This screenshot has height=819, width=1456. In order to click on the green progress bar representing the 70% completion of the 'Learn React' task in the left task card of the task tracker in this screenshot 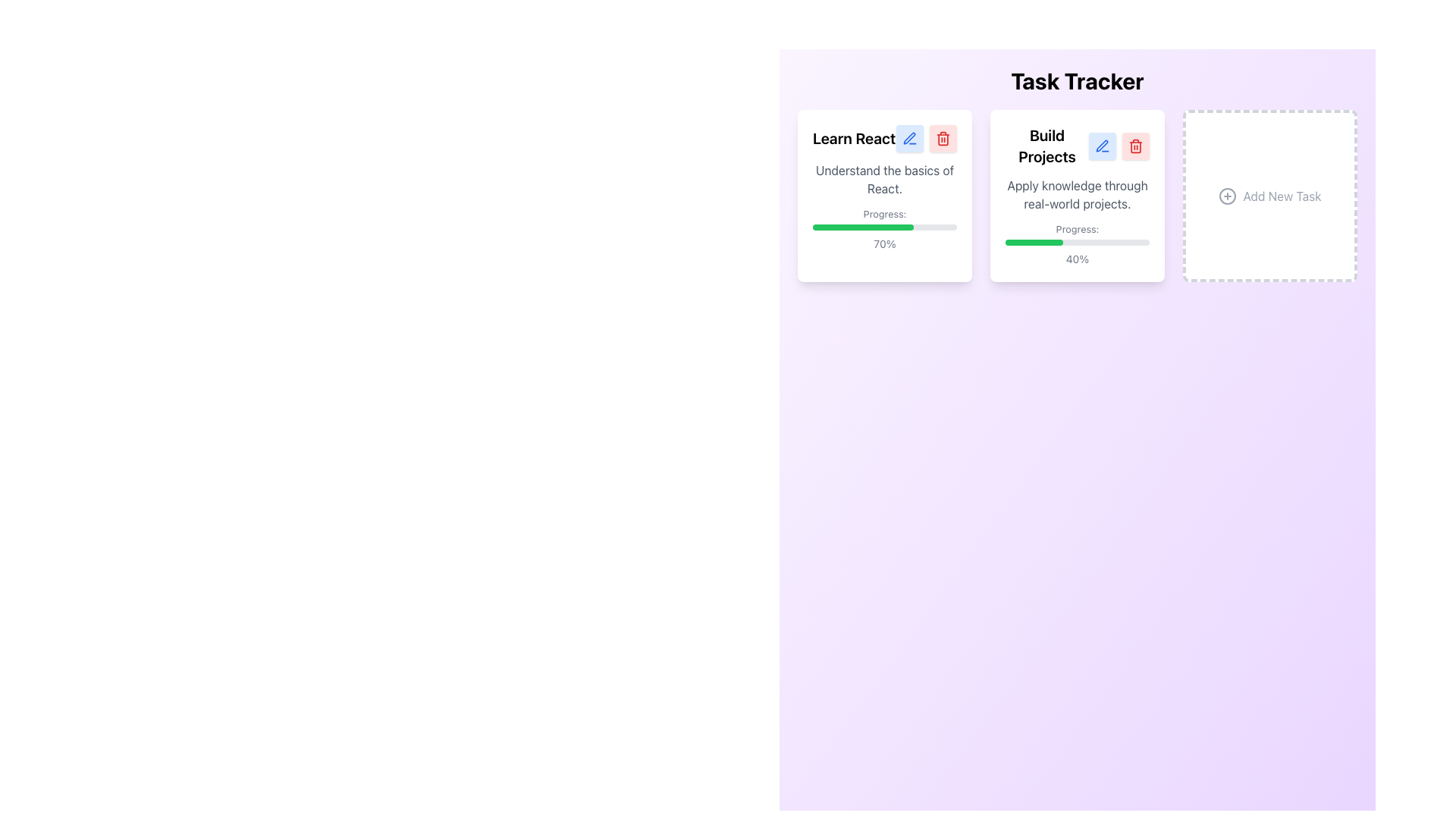, I will do `click(863, 227)`.